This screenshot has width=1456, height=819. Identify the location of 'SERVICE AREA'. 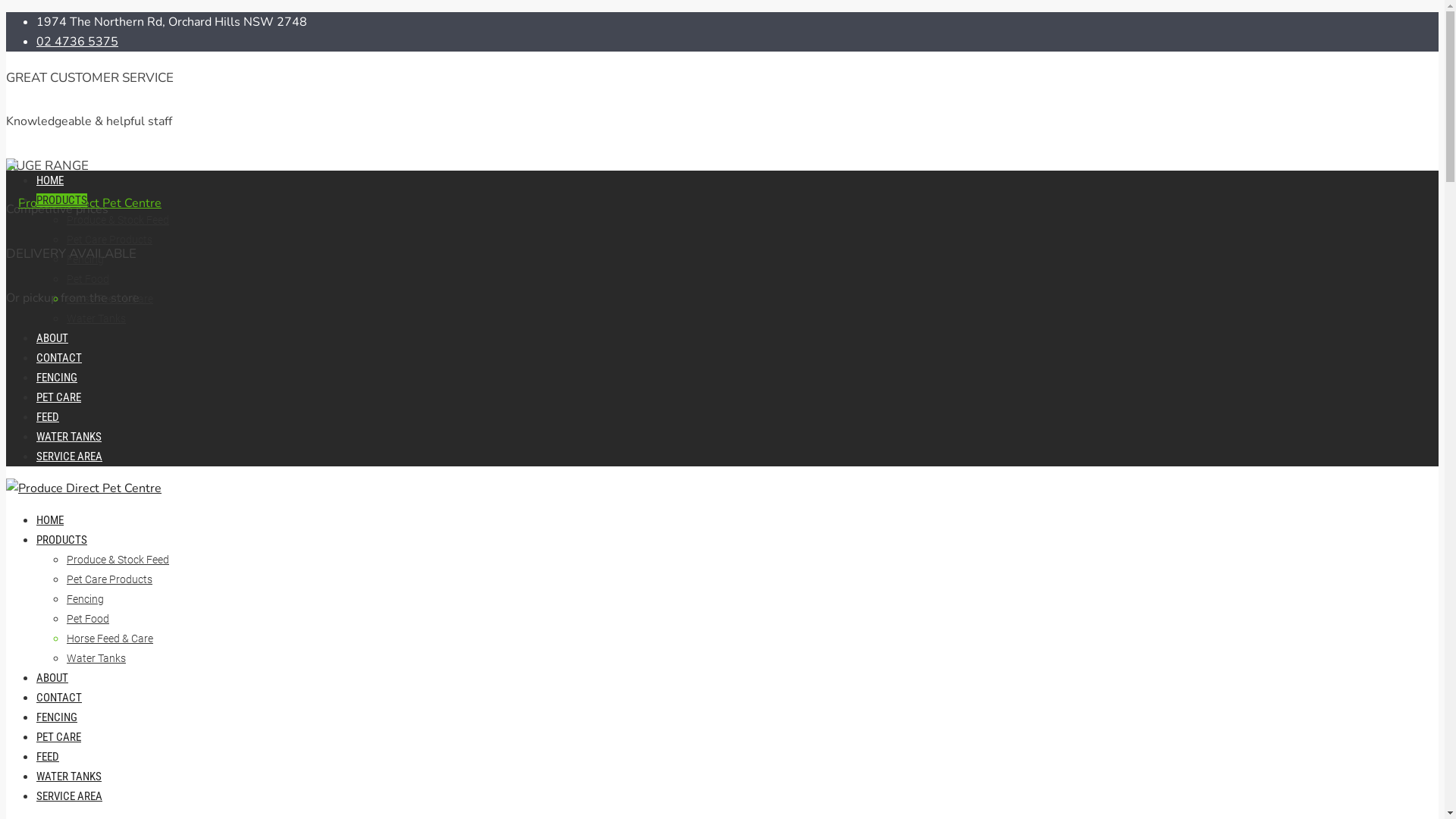
(68, 455).